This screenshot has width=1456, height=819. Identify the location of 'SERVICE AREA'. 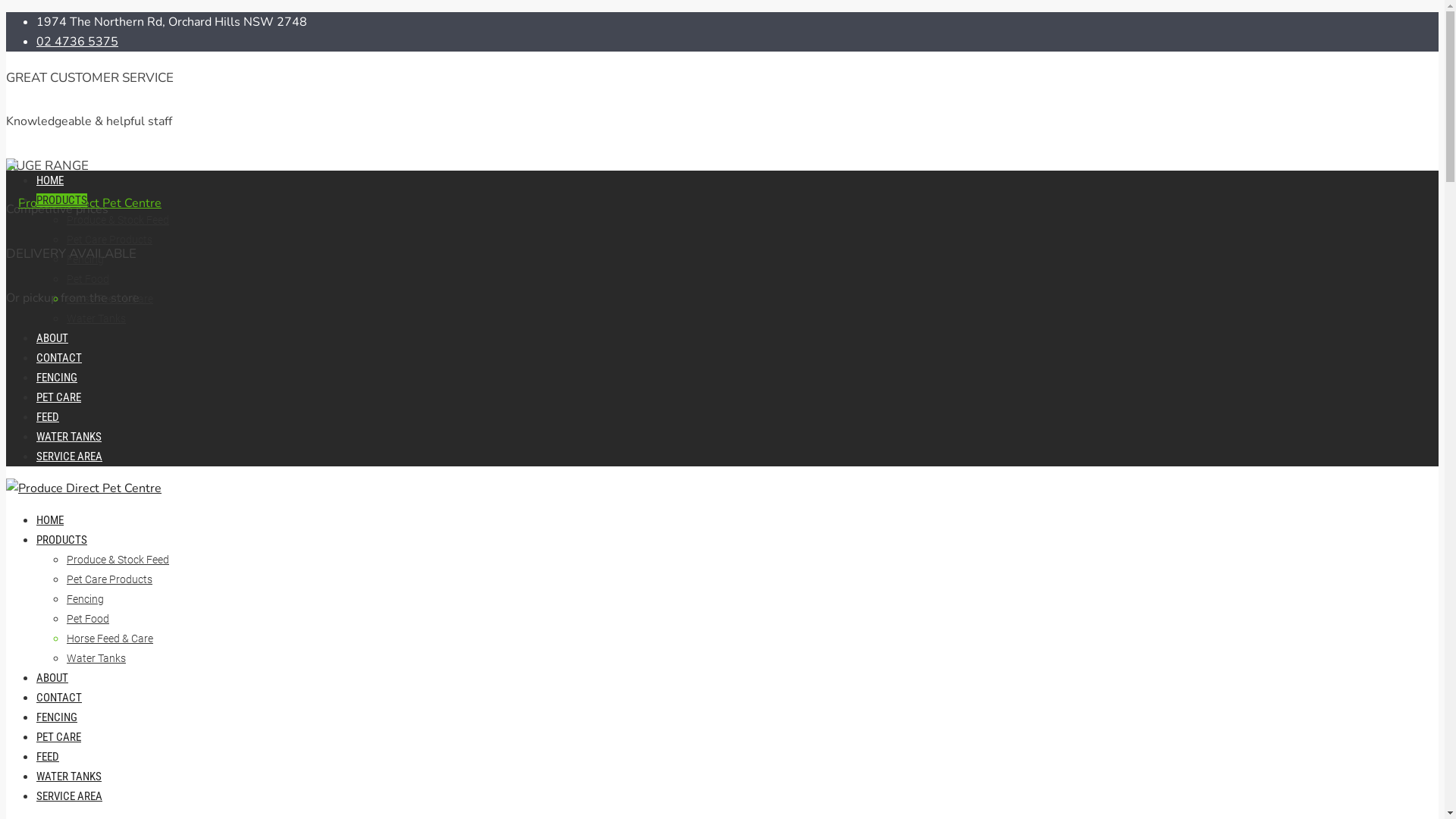
(68, 455).